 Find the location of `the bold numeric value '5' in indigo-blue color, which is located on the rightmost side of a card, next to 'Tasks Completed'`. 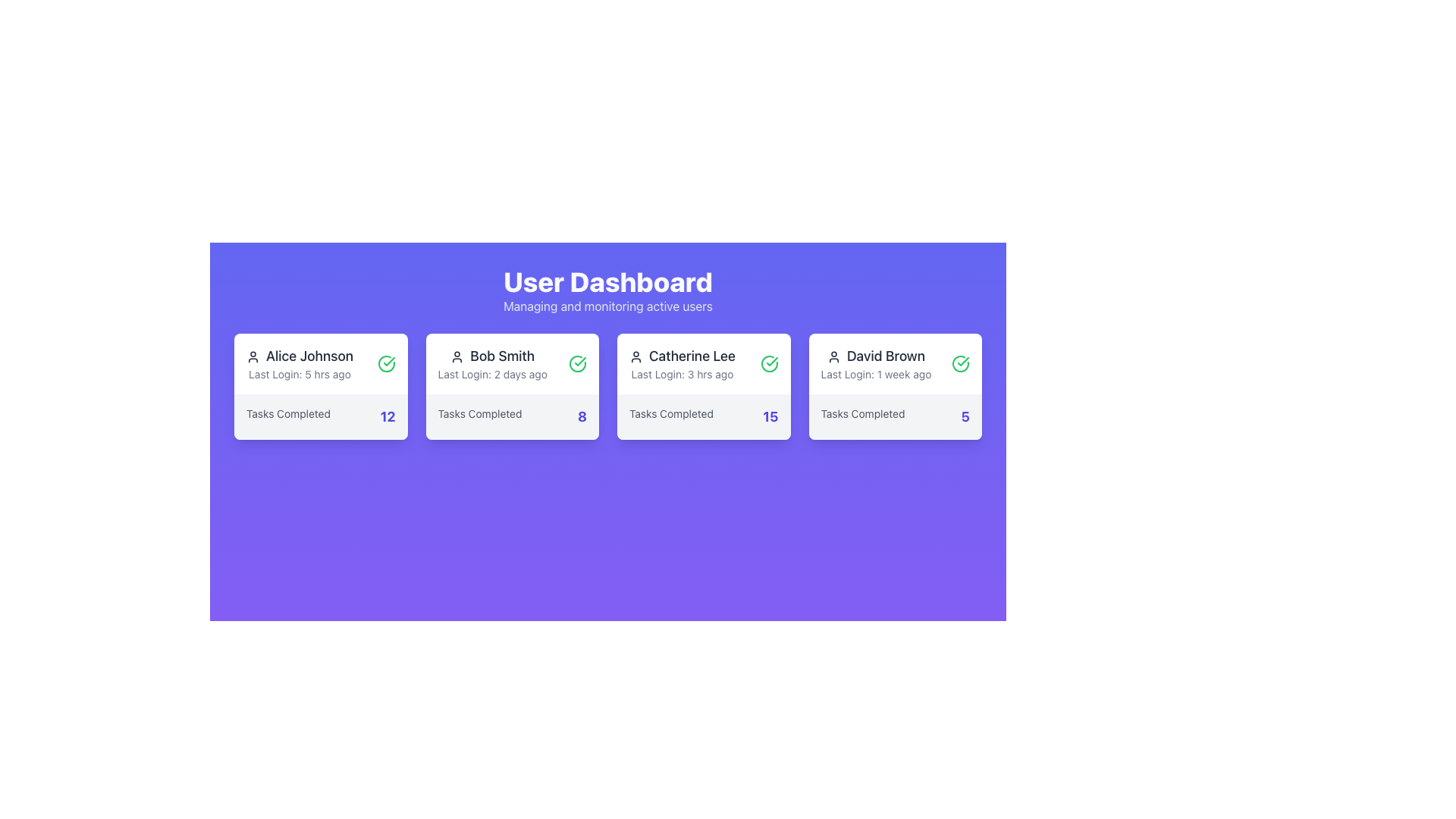

the bold numeric value '5' in indigo-blue color, which is located on the rightmost side of a card, next to 'Tasks Completed' is located at coordinates (965, 417).